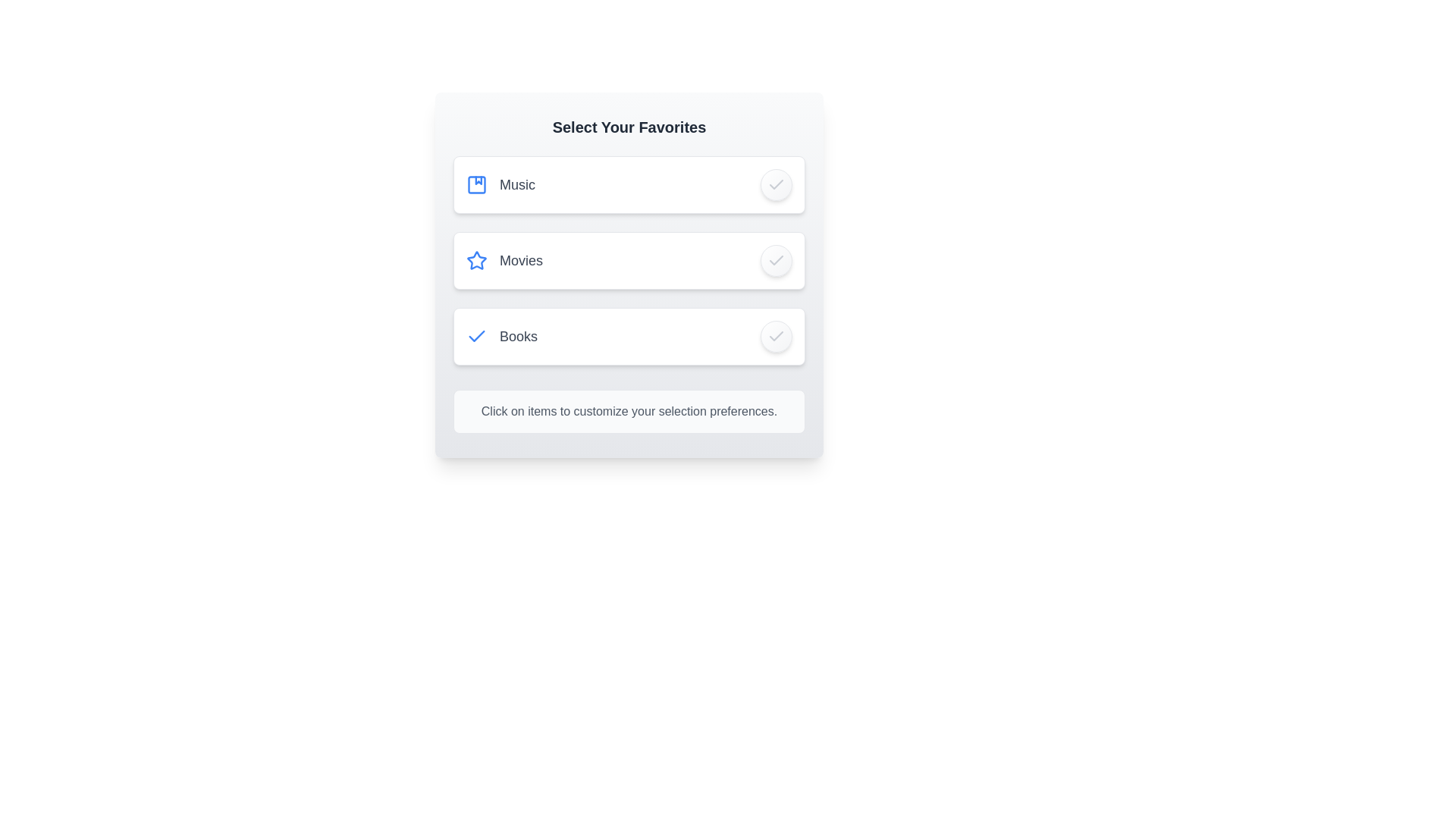 This screenshot has width=1456, height=819. What do you see at coordinates (504, 259) in the screenshot?
I see `the 'Movies' selectable option in the vertically stacked list` at bounding box center [504, 259].